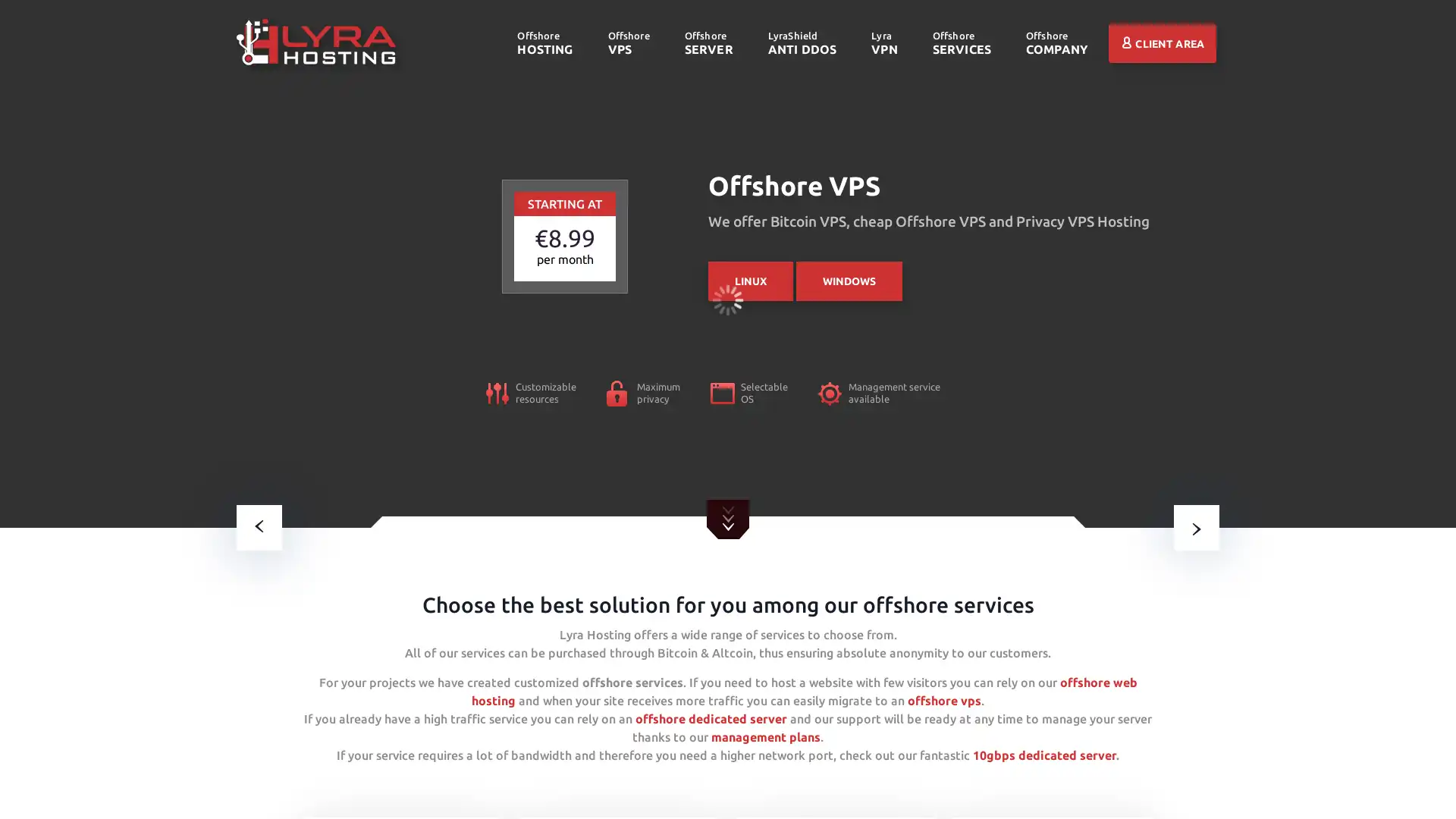 Image resolution: width=1456 pixels, height=819 pixels. Describe the element at coordinates (259, 526) in the screenshot. I see `Previous slide` at that location.